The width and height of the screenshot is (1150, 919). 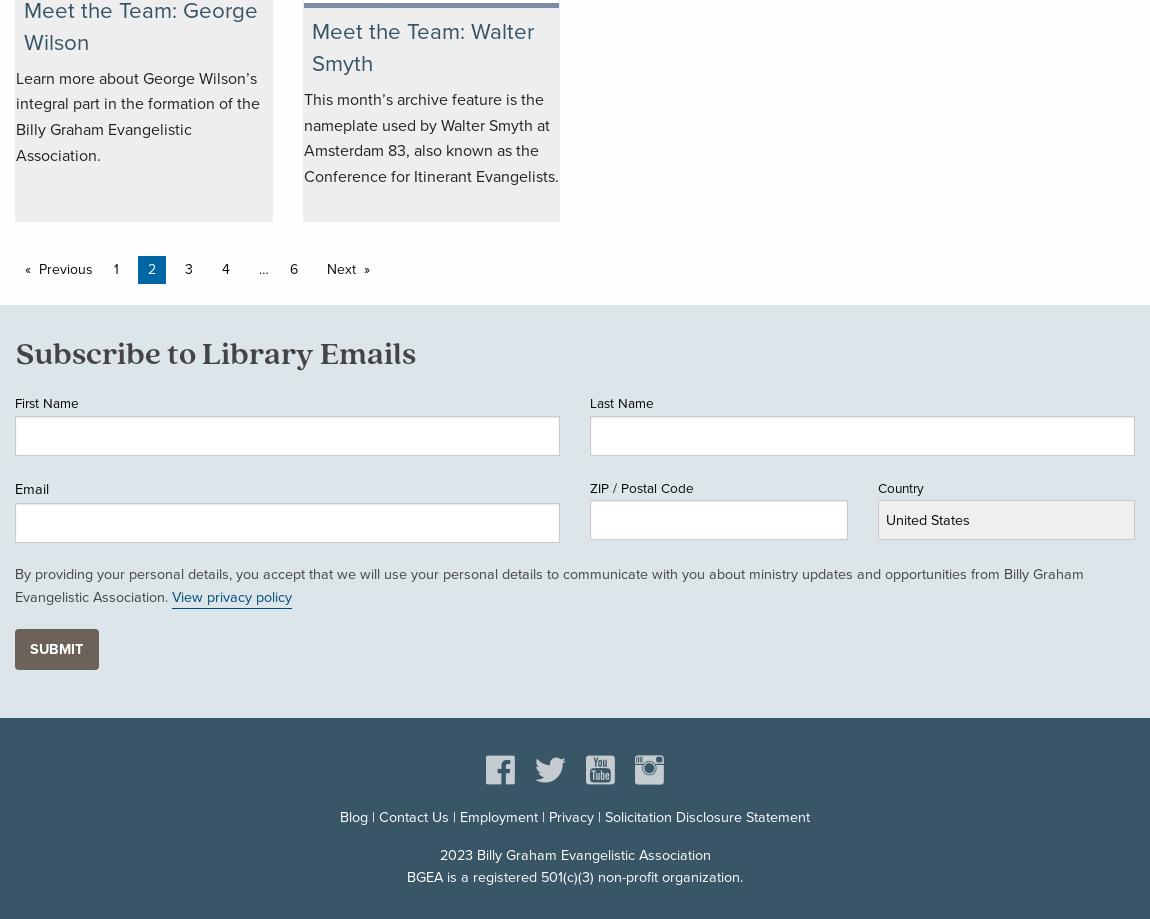 I want to click on '2023 Billy Graham Evangelistic Association', so click(x=574, y=853).